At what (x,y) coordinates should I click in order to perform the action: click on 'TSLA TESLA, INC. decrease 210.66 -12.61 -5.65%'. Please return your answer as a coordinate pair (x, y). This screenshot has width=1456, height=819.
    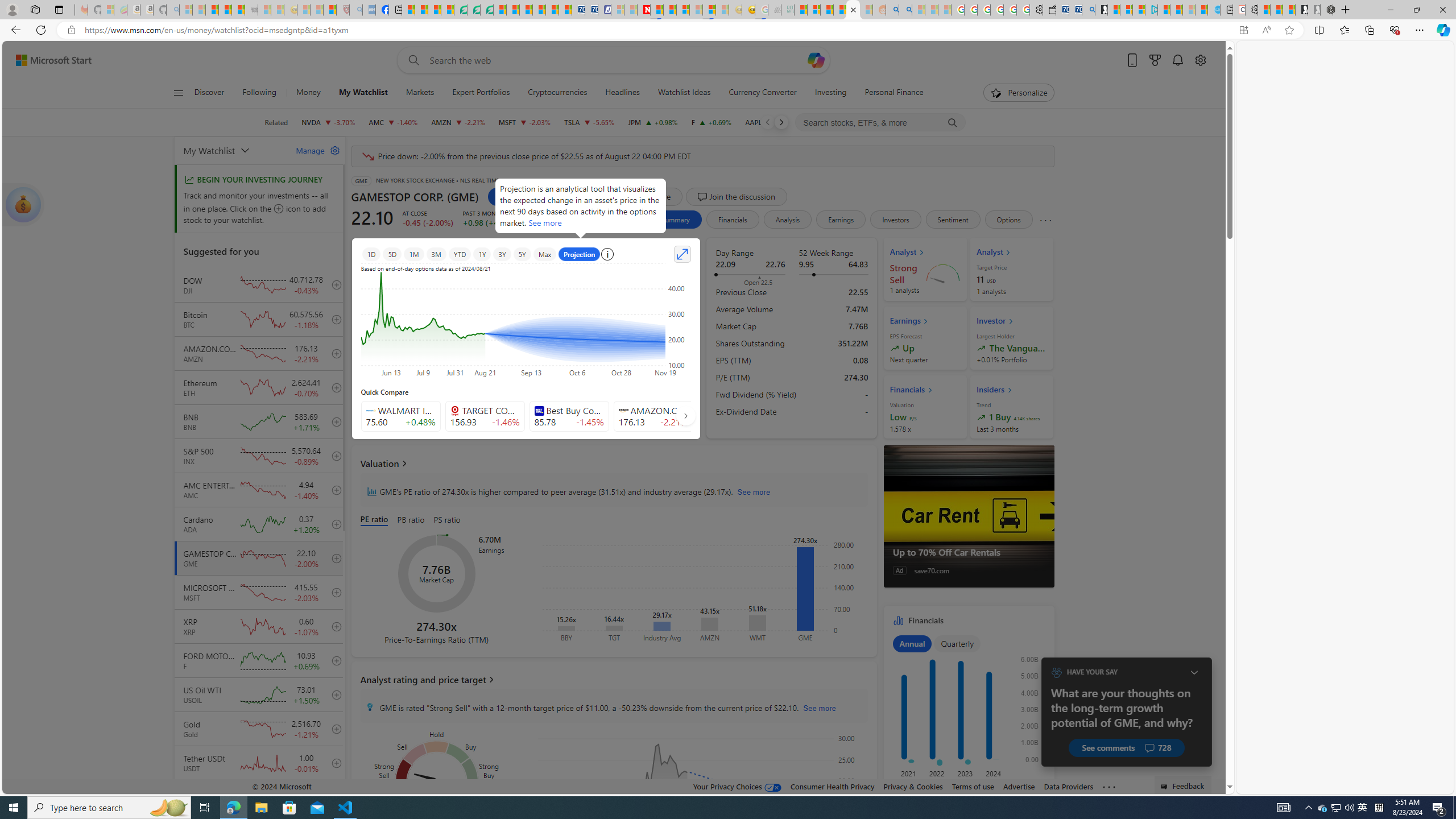
    Looking at the image, I should click on (589, 122).